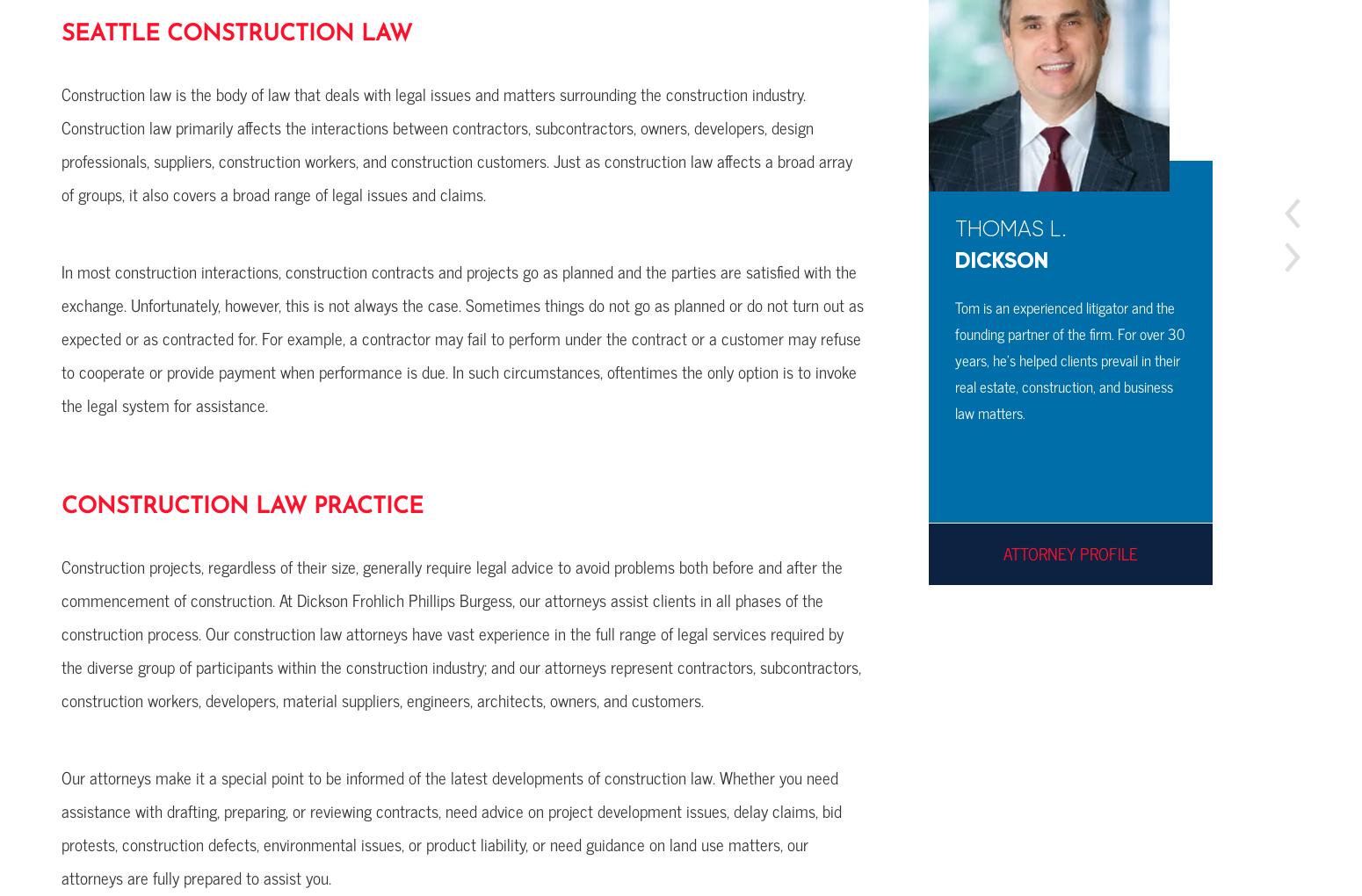  Describe the element at coordinates (450, 826) in the screenshot. I see `'Our attorneys make it a special point to be informed of the latest developments of construction law. Whether you need assistance with drafting, preparing, or reviewing contracts, need advice on project development issues, delay claims, bid protests, construction defects, environmental issues, or product liability, or need guidance on land use matters, our attorneys are fully prepared to assist you.'` at that location.